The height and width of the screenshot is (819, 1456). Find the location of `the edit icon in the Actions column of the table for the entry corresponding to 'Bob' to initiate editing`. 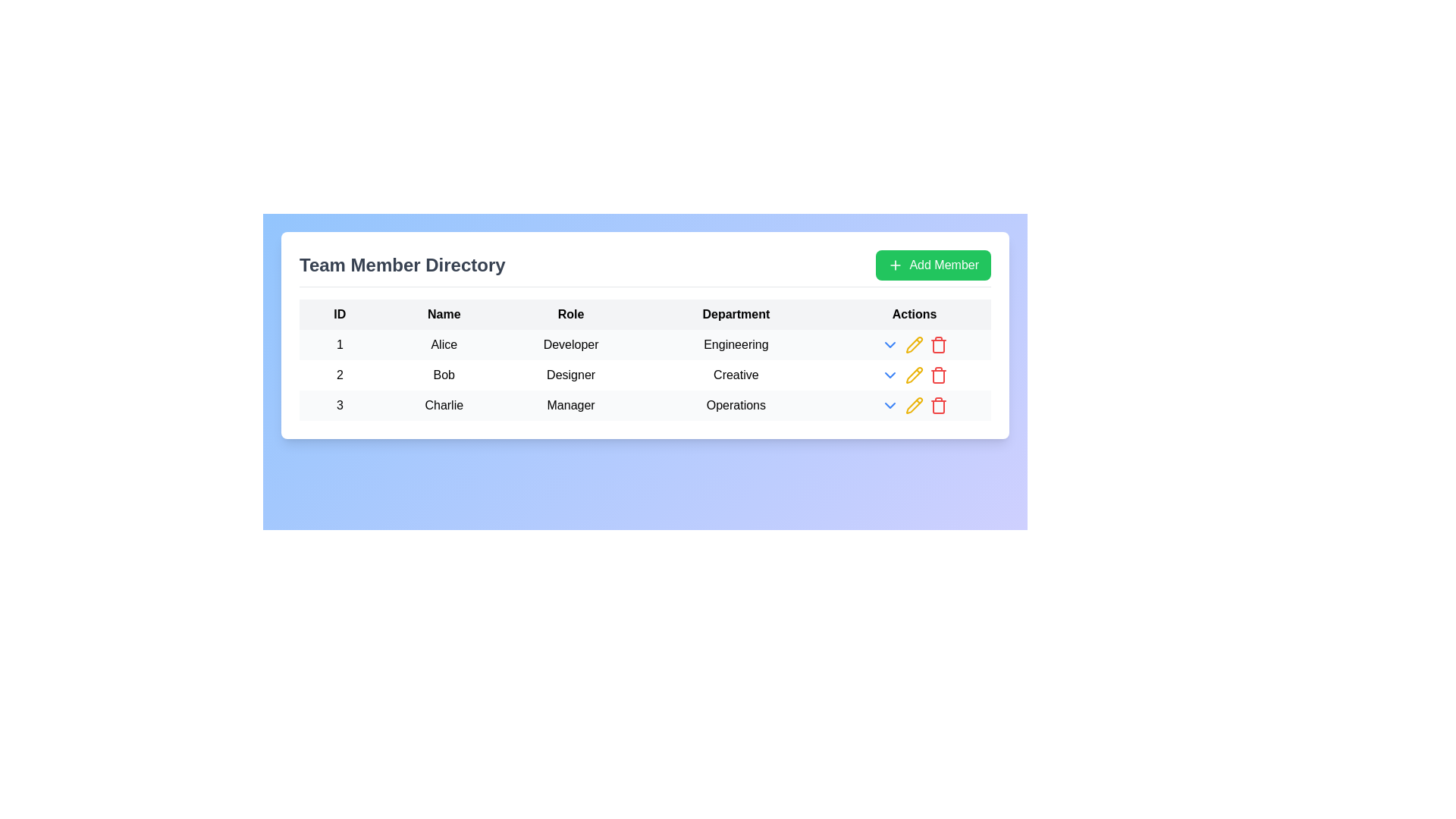

the edit icon in the Actions column of the table for the entry corresponding to 'Bob' to initiate editing is located at coordinates (914, 375).